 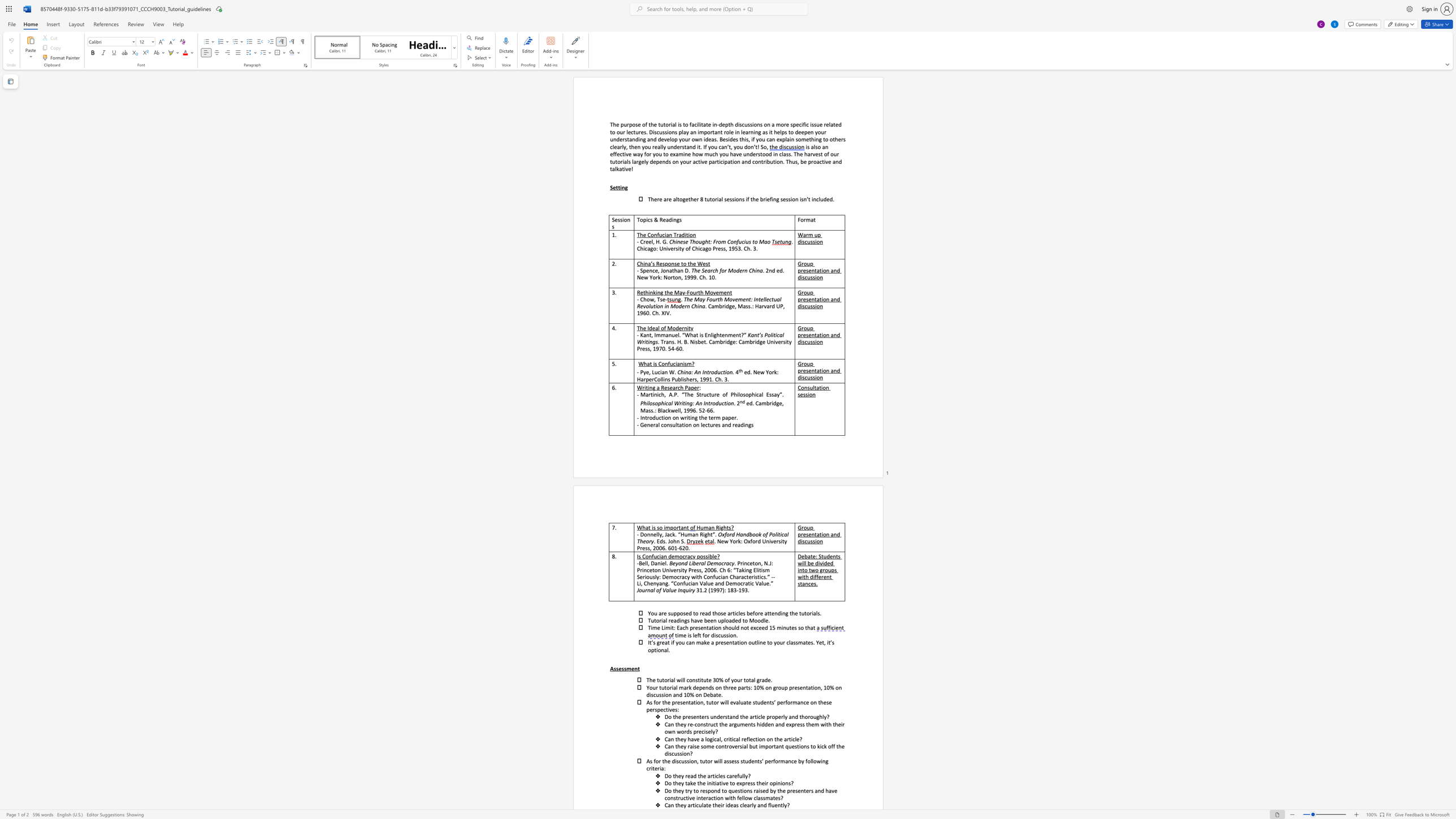 I want to click on the subset text "standing and develop your own ideas. Besides this, if you can explain s" within the text "in learning as it helps to deepen your understanding and develop your own ideas. Besides this, if you can explain something to others clearly, then you really understand it. If you", so click(x=624, y=138).